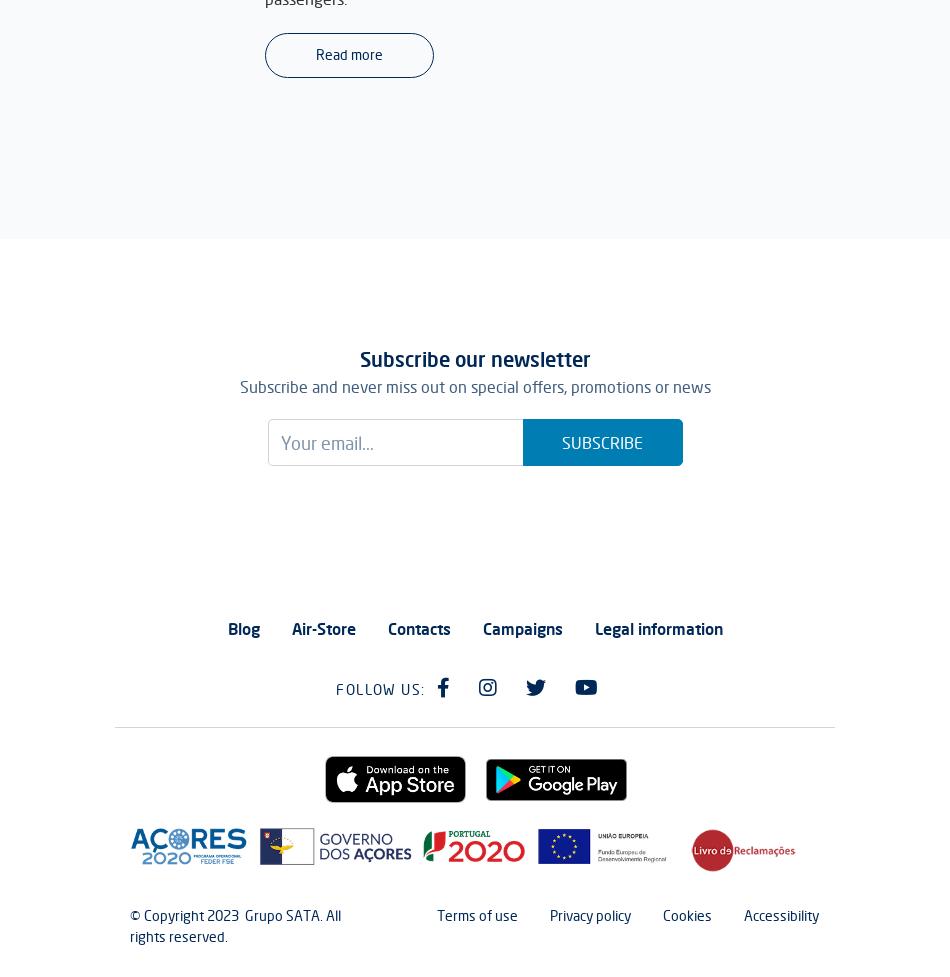 The image size is (950, 977). What do you see at coordinates (473, 359) in the screenshot?
I see `'Subscribe our newsletter'` at bounding box center [473, 359].